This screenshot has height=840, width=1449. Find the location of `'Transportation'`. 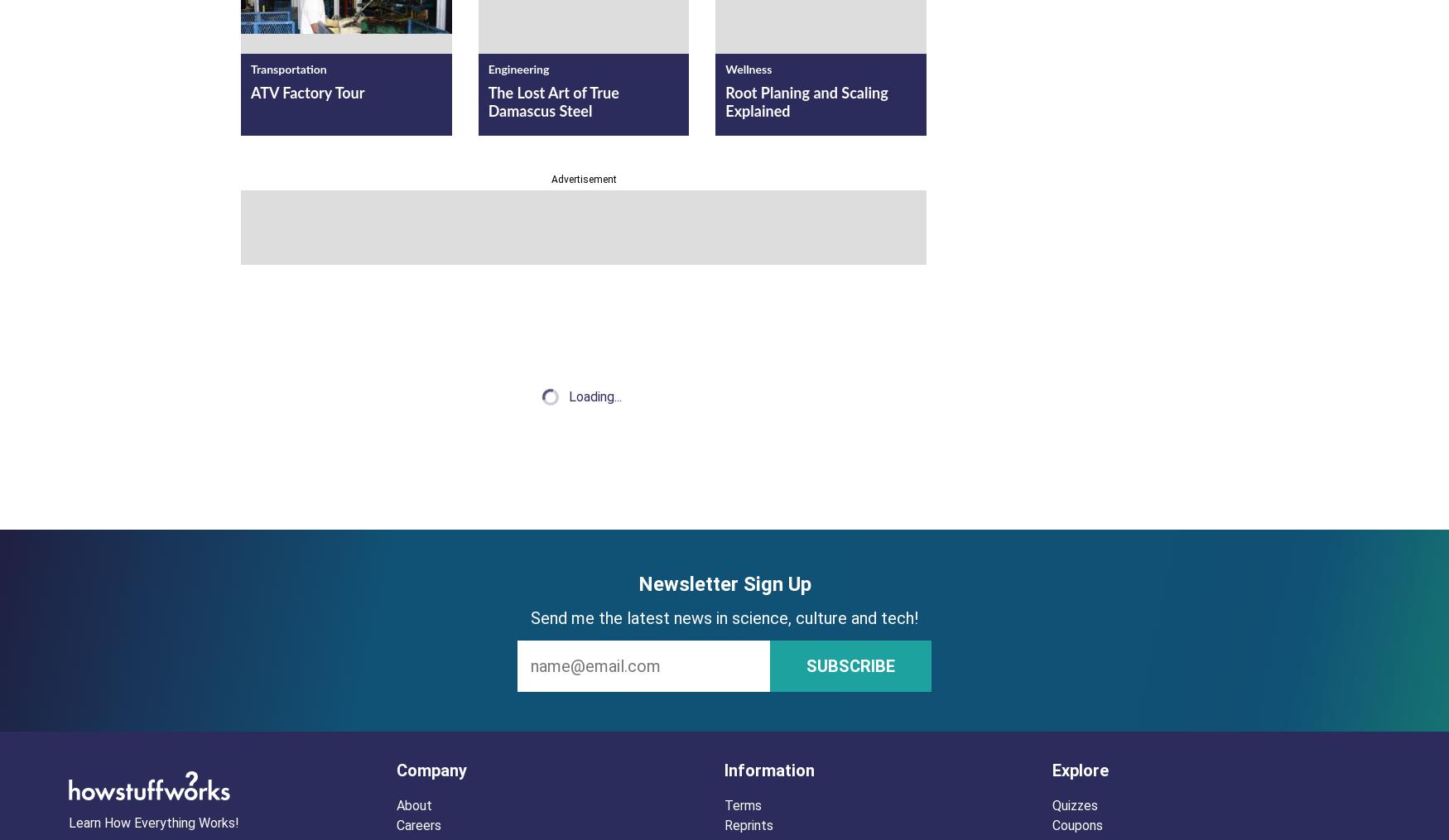

'Transportation' is located at coordinates (288, 70).